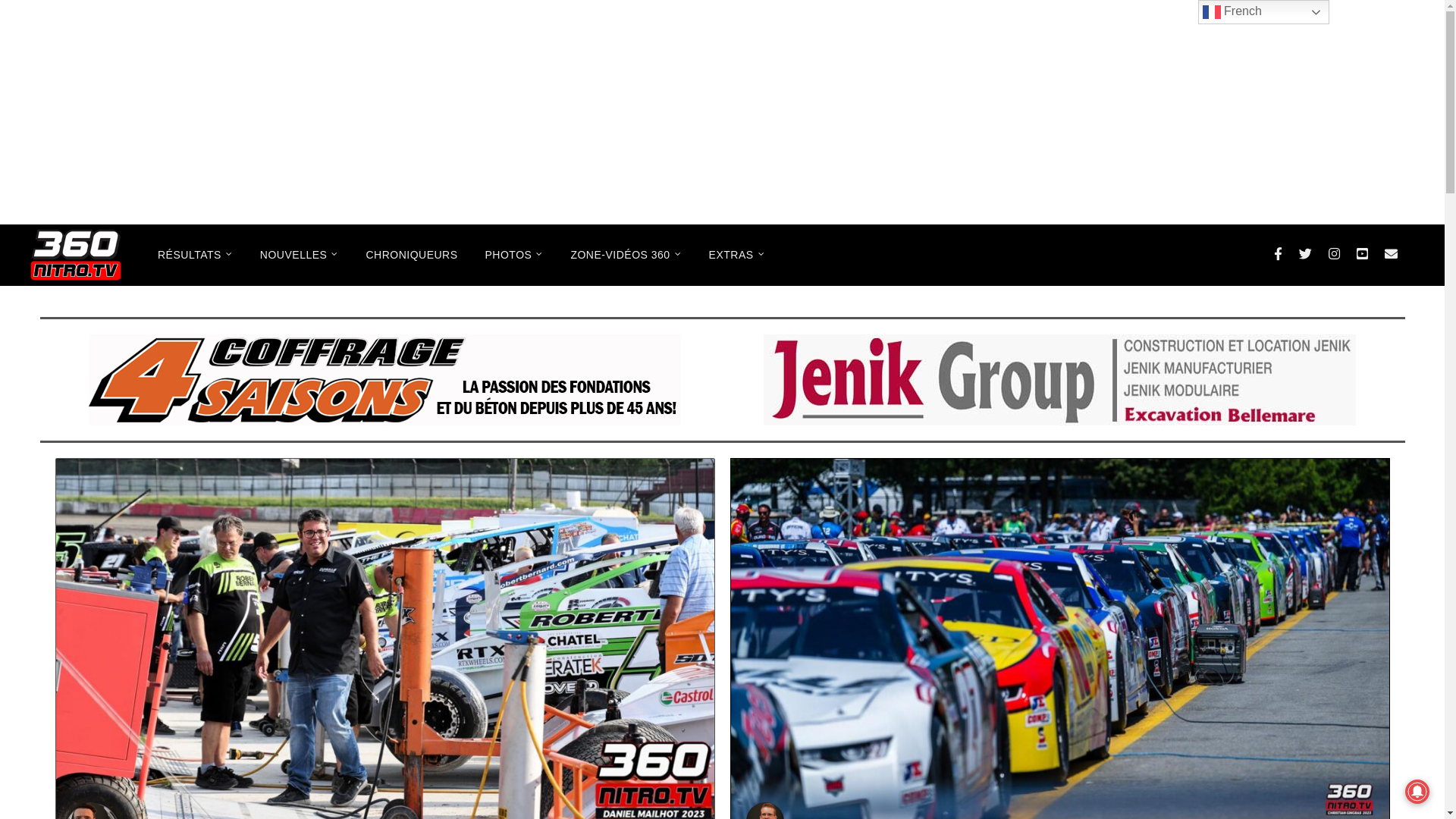  I want to click on 'NOUVELLES', so click(299, 253).